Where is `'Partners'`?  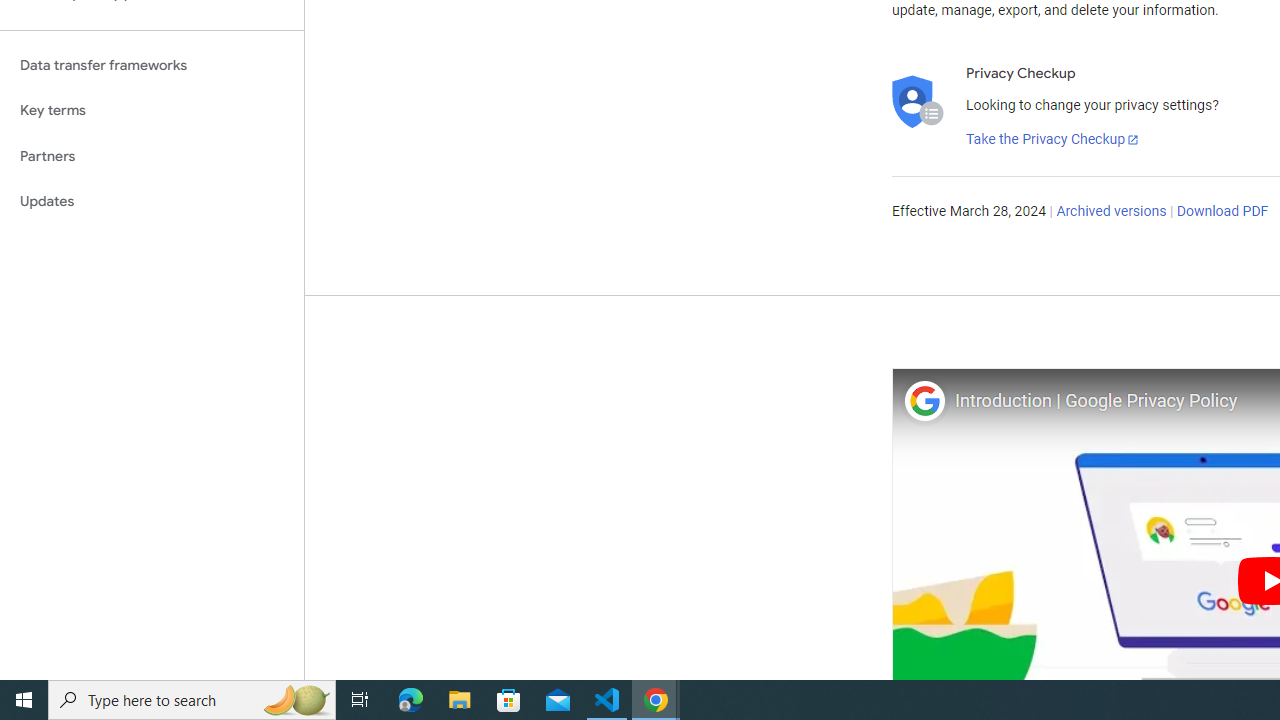
'Partners' is located at coordinates (151, 155).